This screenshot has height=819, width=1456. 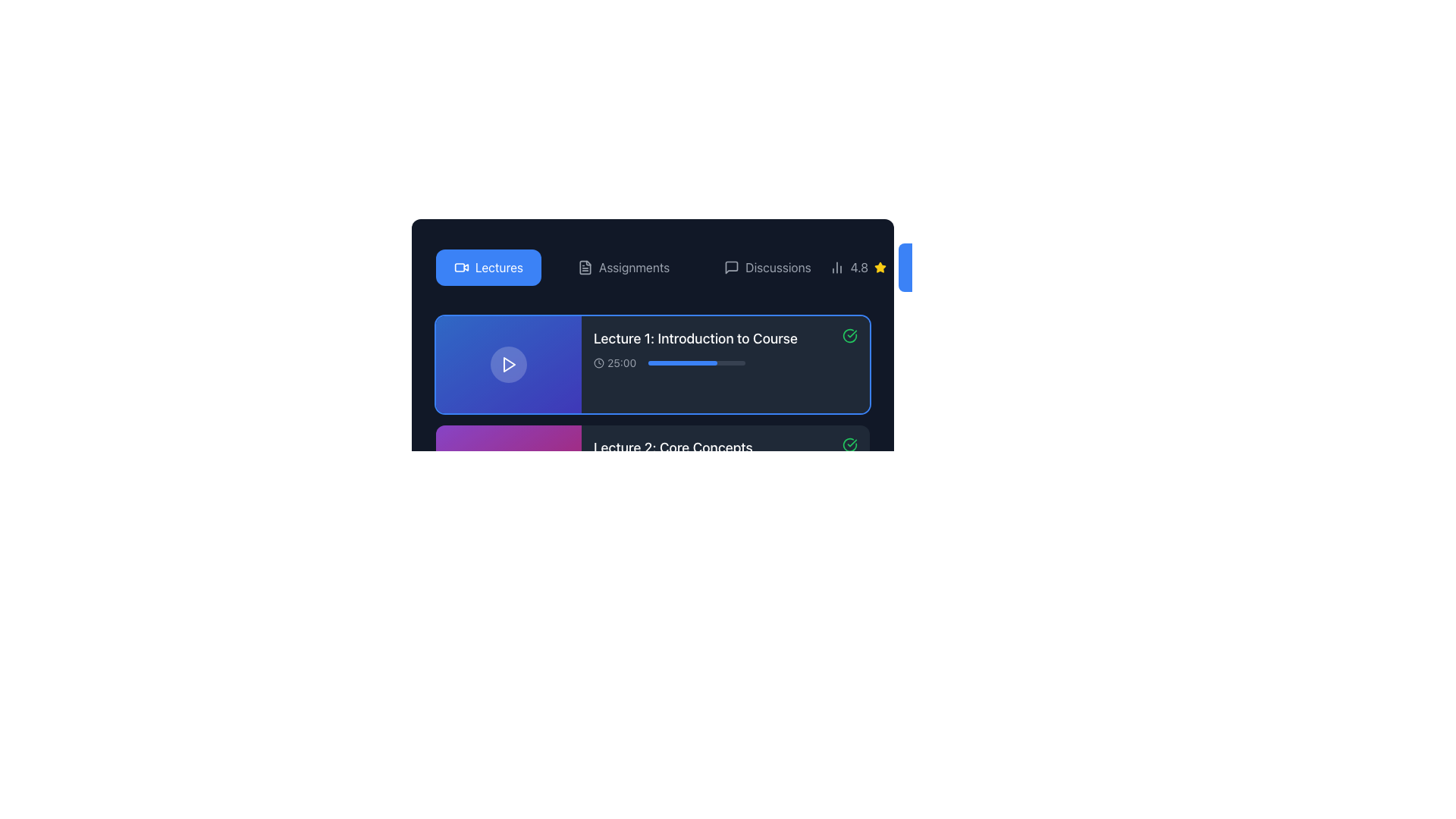 What do you see at coordinates (672, 447) in the screenshot?
I see `the Text label serving as the title for the lecture item, which is centered above the smaller text label displaying '20:00'` at bounding box center [672, 447].